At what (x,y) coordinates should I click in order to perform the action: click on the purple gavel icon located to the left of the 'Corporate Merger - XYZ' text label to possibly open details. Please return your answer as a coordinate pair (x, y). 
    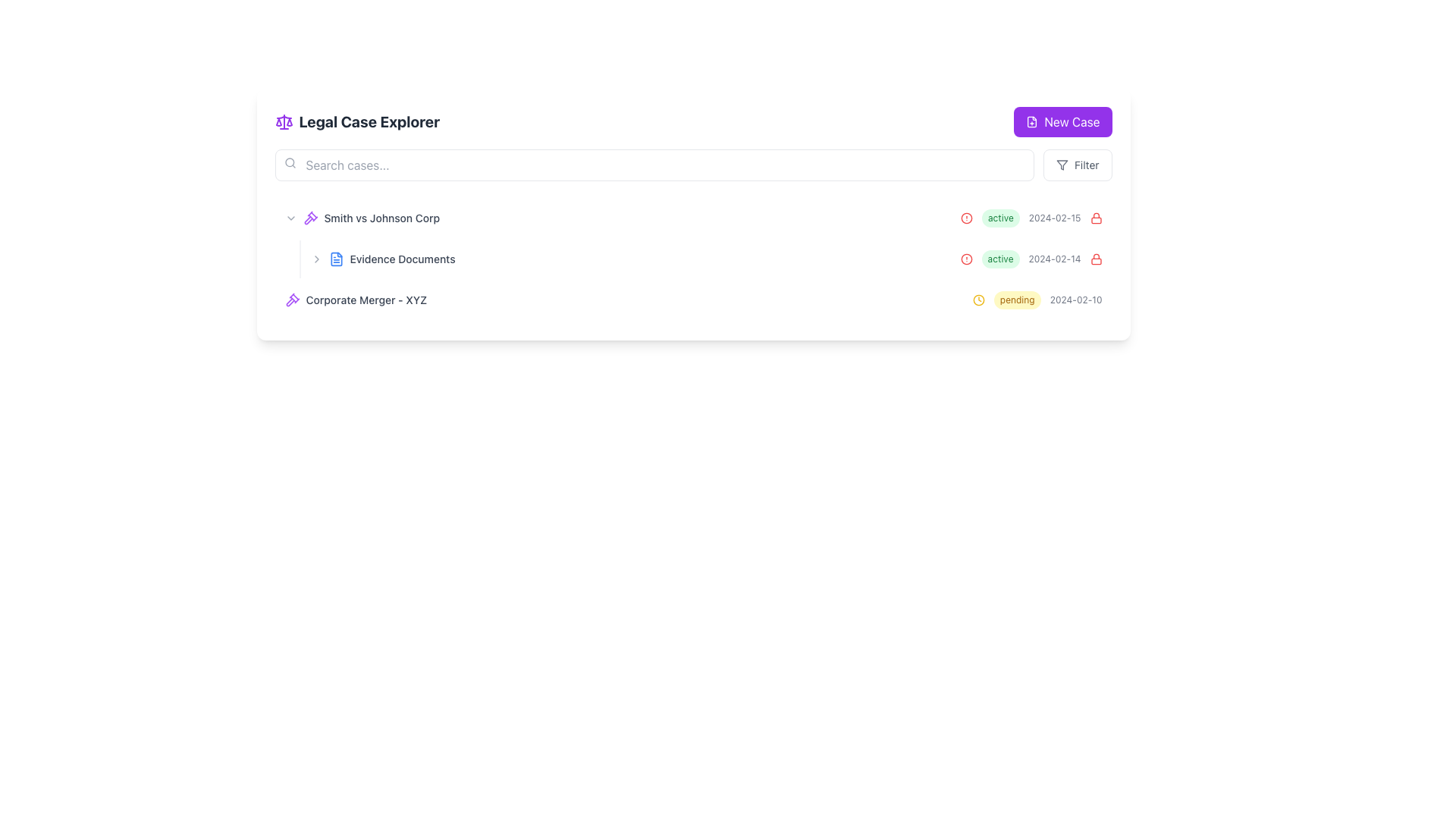
    Looking at the image, I should click on (292, 300).